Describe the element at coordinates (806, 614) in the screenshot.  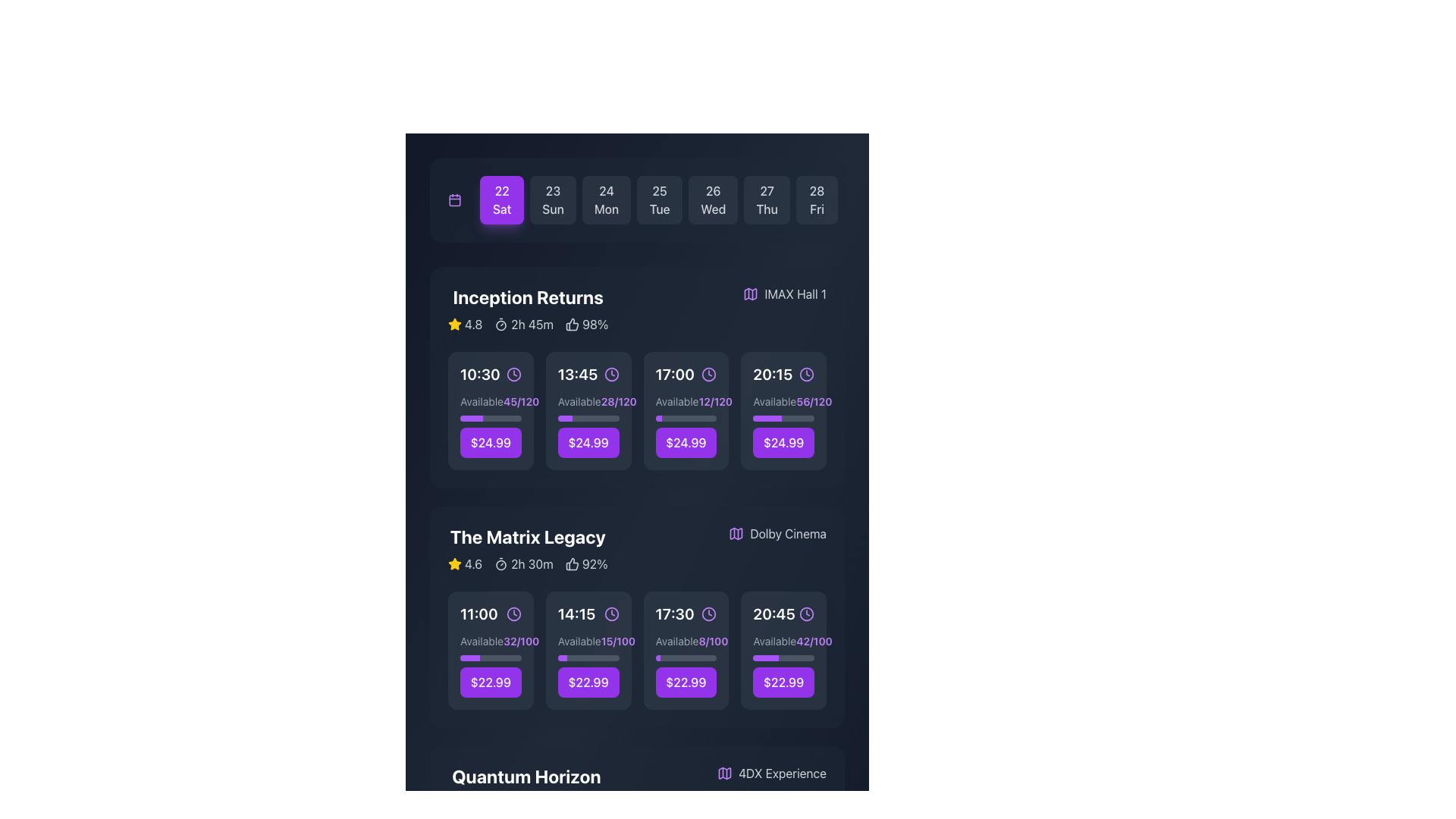
I see `the clock icon element represented as a circle within the SVG graphic, located at the bottom section of the page next to the movie time '20:45' for 'The Matrix Legacy'` at that location.